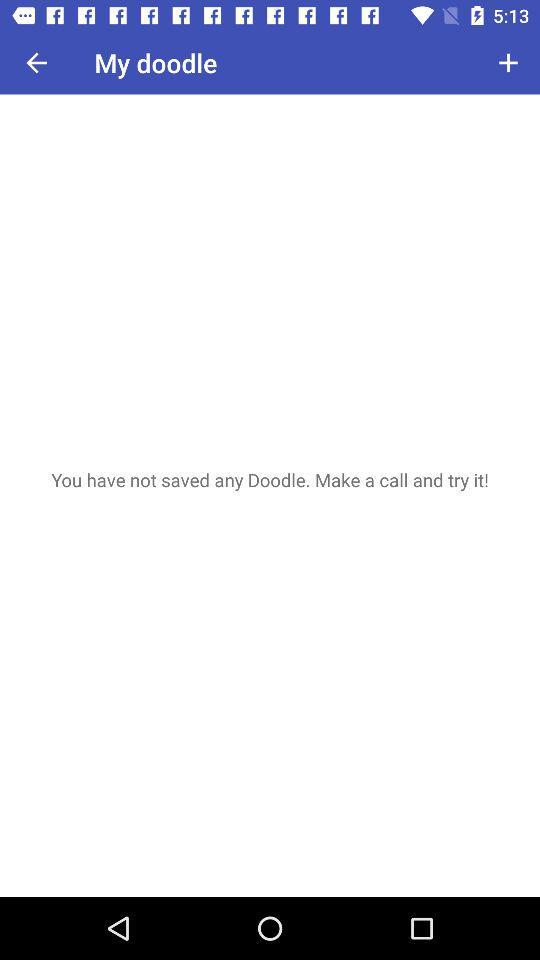 The width and height of the screenshot is (540, 960). I want to click on the icon next to my doodle item, so click(36, 62).